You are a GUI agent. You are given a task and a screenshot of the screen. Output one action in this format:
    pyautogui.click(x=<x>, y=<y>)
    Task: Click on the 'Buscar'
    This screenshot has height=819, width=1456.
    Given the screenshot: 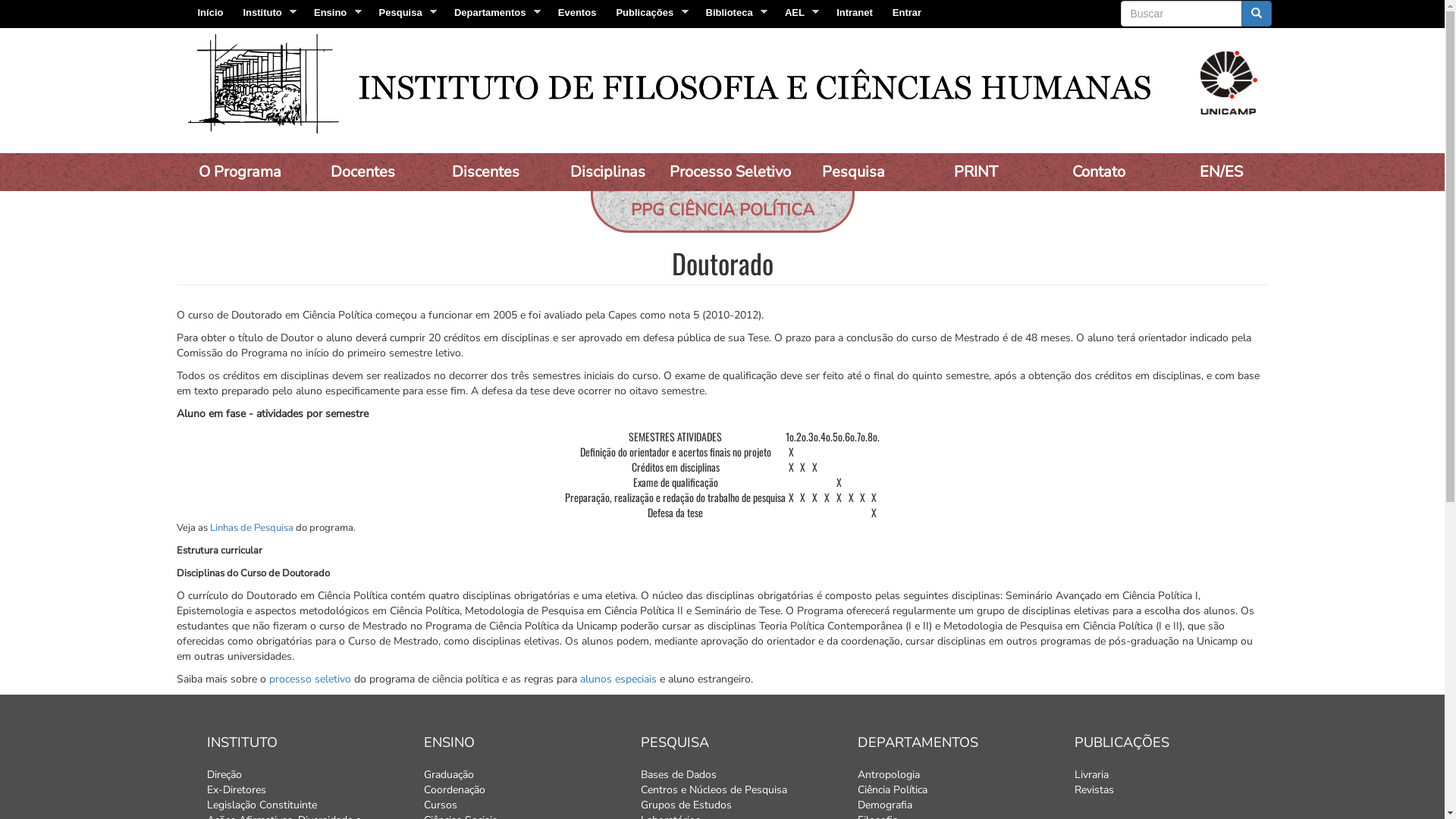 What is the action you would take?
    pyautogui.click(x=1121, y=27)
    